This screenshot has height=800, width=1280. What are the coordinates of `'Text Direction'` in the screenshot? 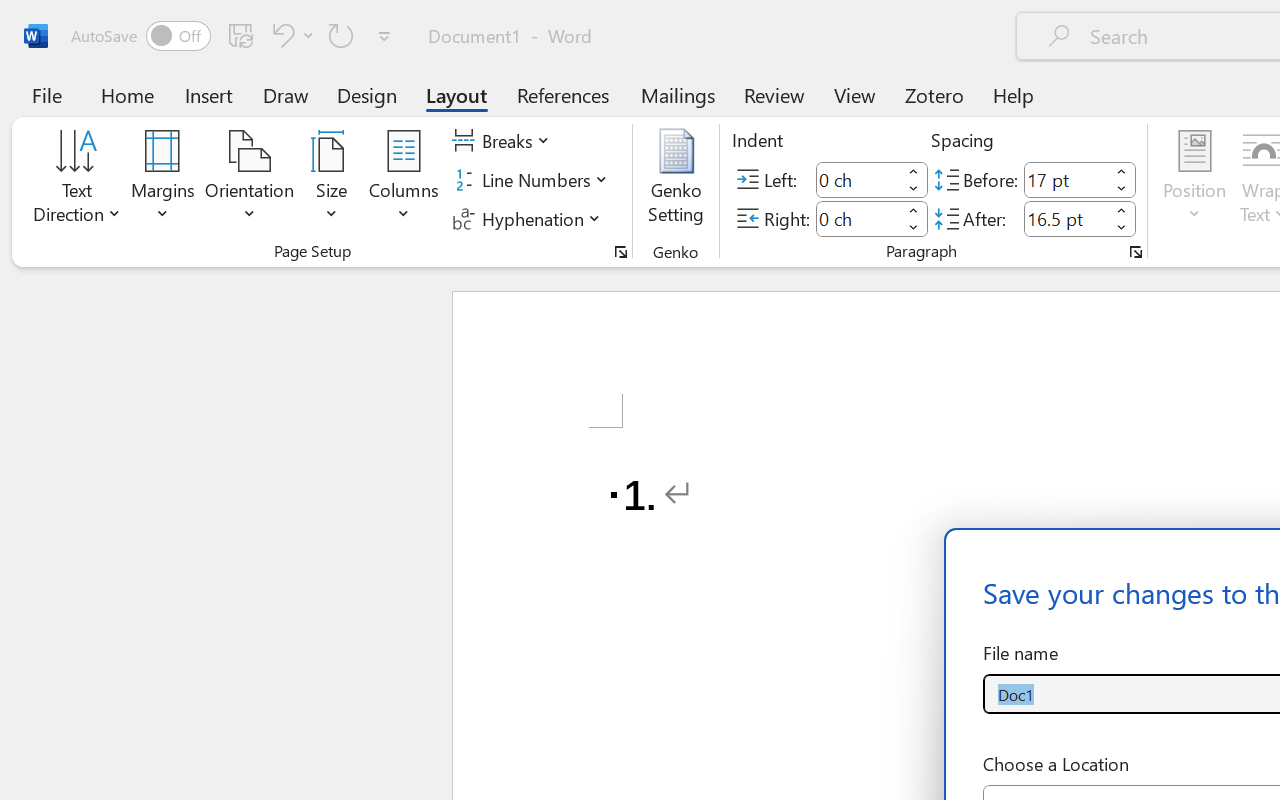 It's located at (77, 179).